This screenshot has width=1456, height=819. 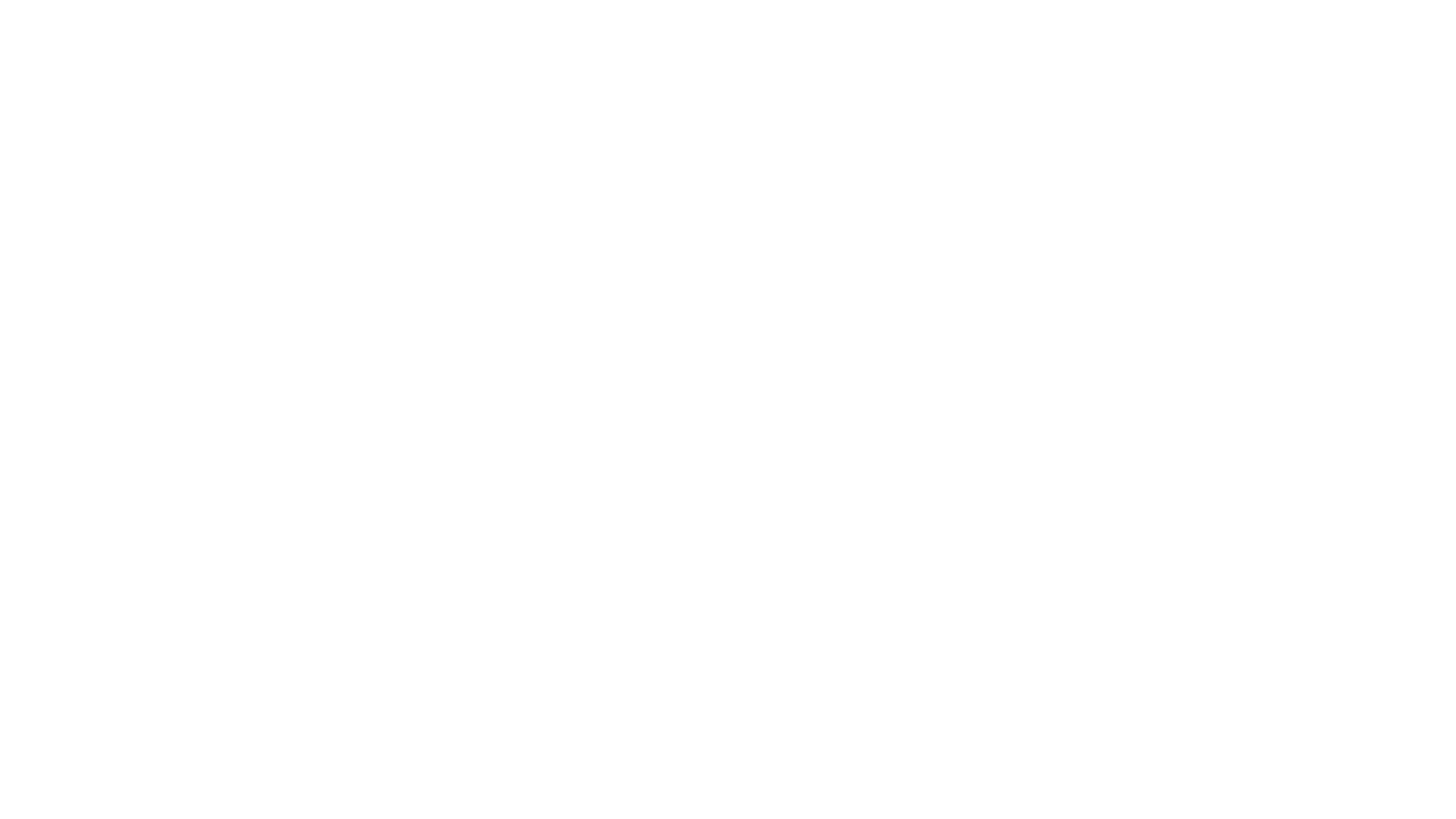 What do you see at coordinates (1229, 197) in the screenshot?
I see `Hui Xiao` at bounding box center [1229, 197].